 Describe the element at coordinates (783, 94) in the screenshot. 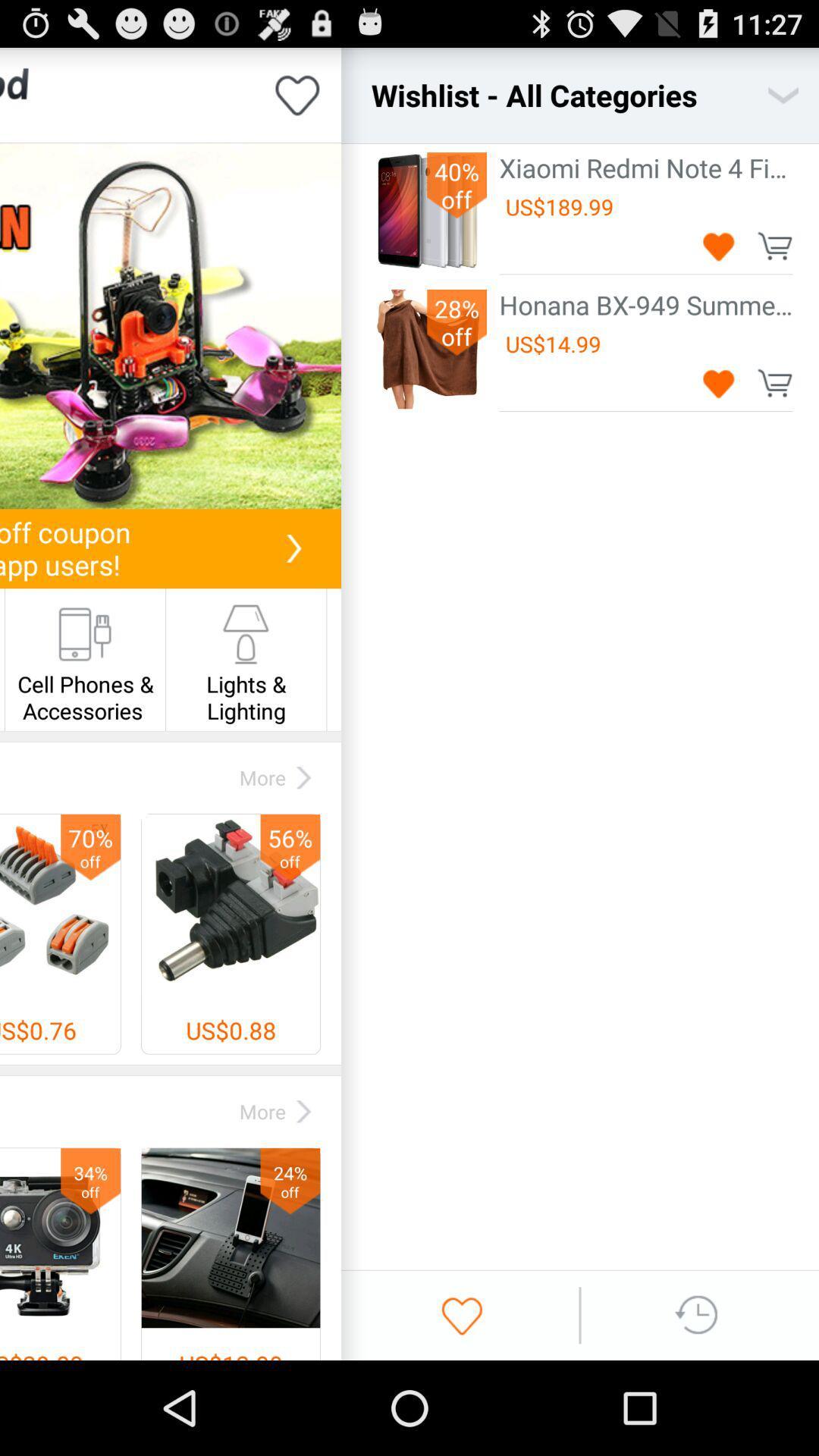

I see `open wishlist` at that location.